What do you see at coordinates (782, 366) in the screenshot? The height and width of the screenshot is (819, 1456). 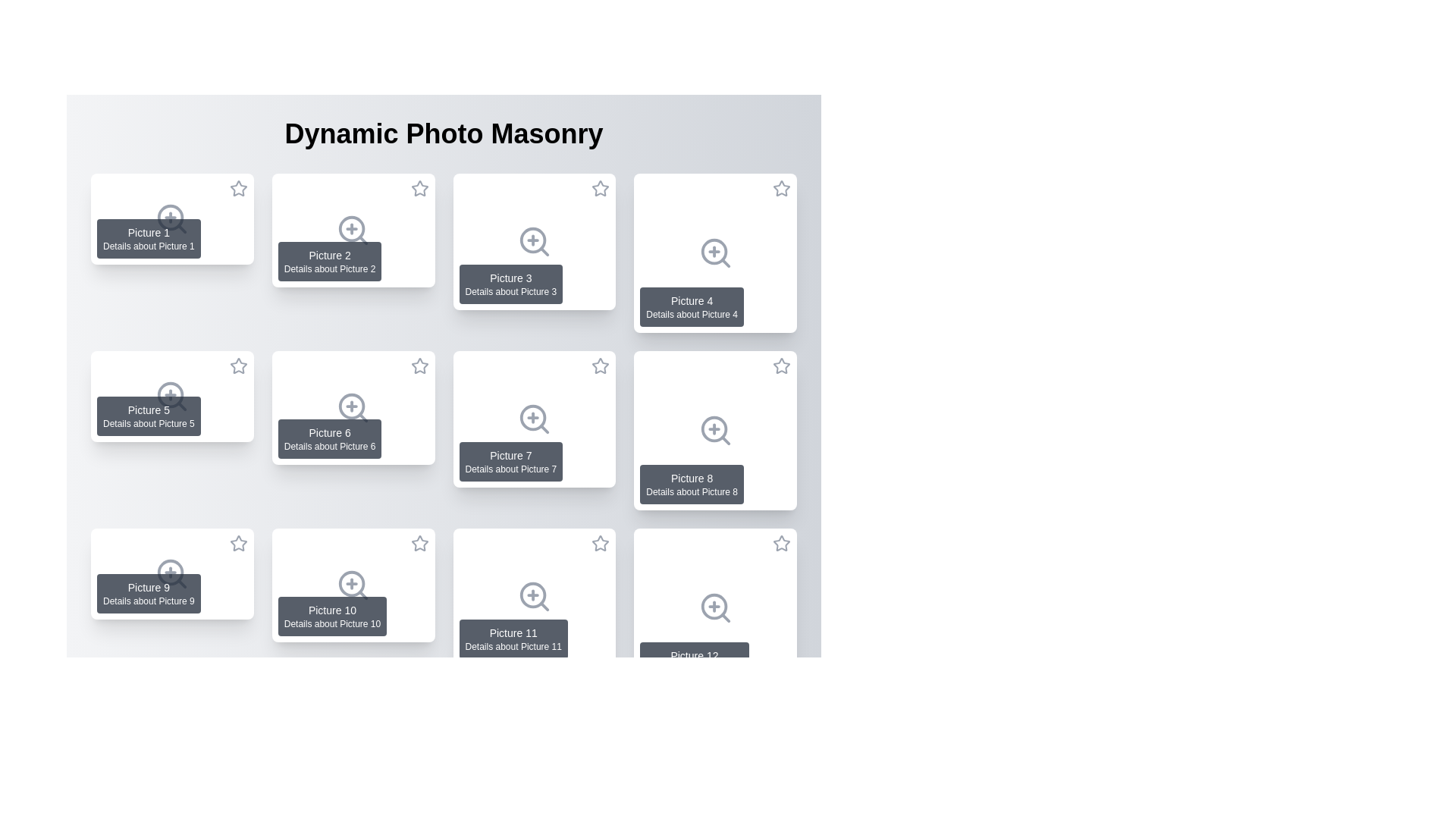 I see `the gray star icon located in the top-right corner of the eighth grid item in the 'Dynamic Photo Masonry' layout` at bounding box center [782, 366].